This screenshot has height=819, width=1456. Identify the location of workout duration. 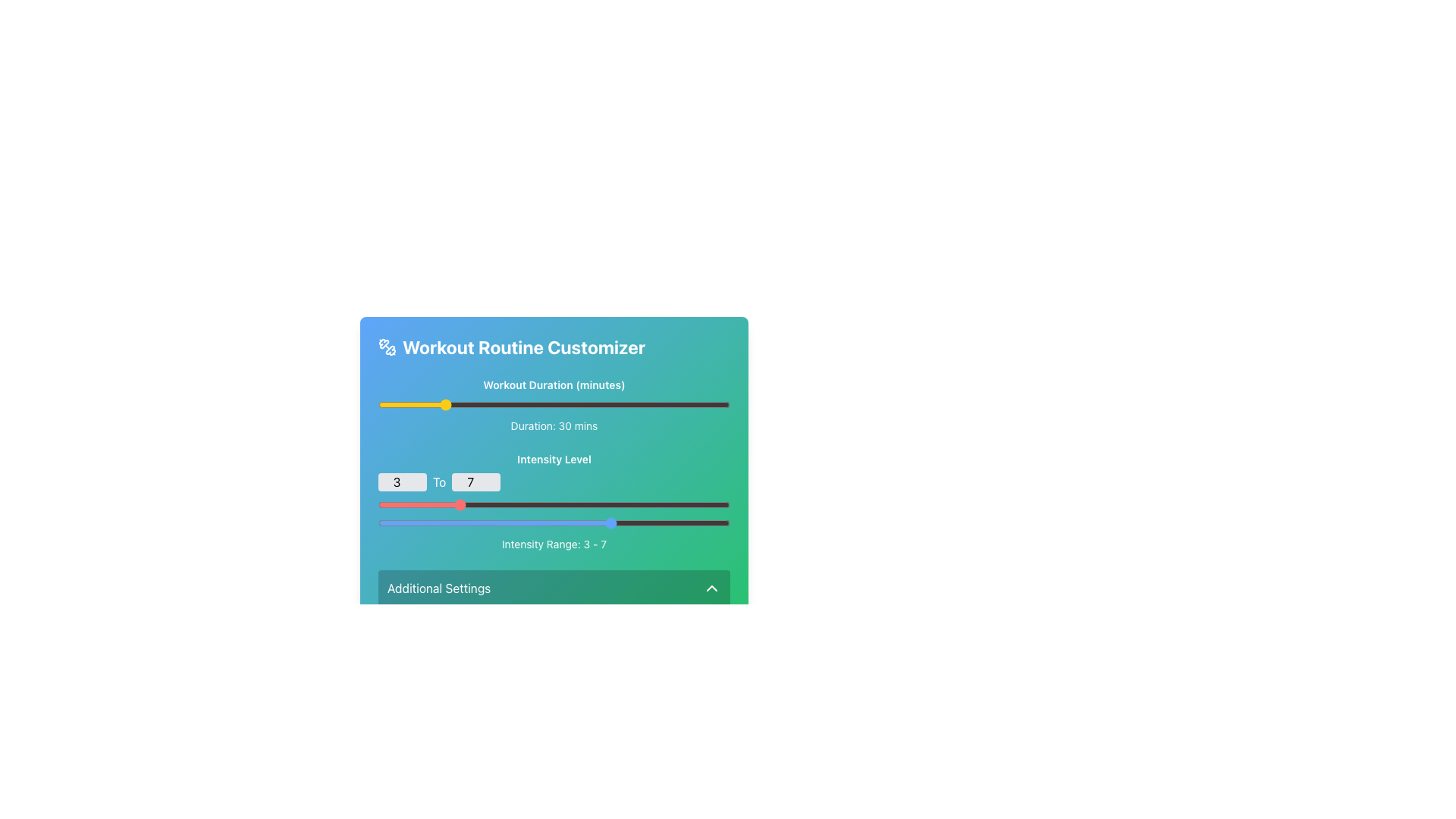
(710, 403).